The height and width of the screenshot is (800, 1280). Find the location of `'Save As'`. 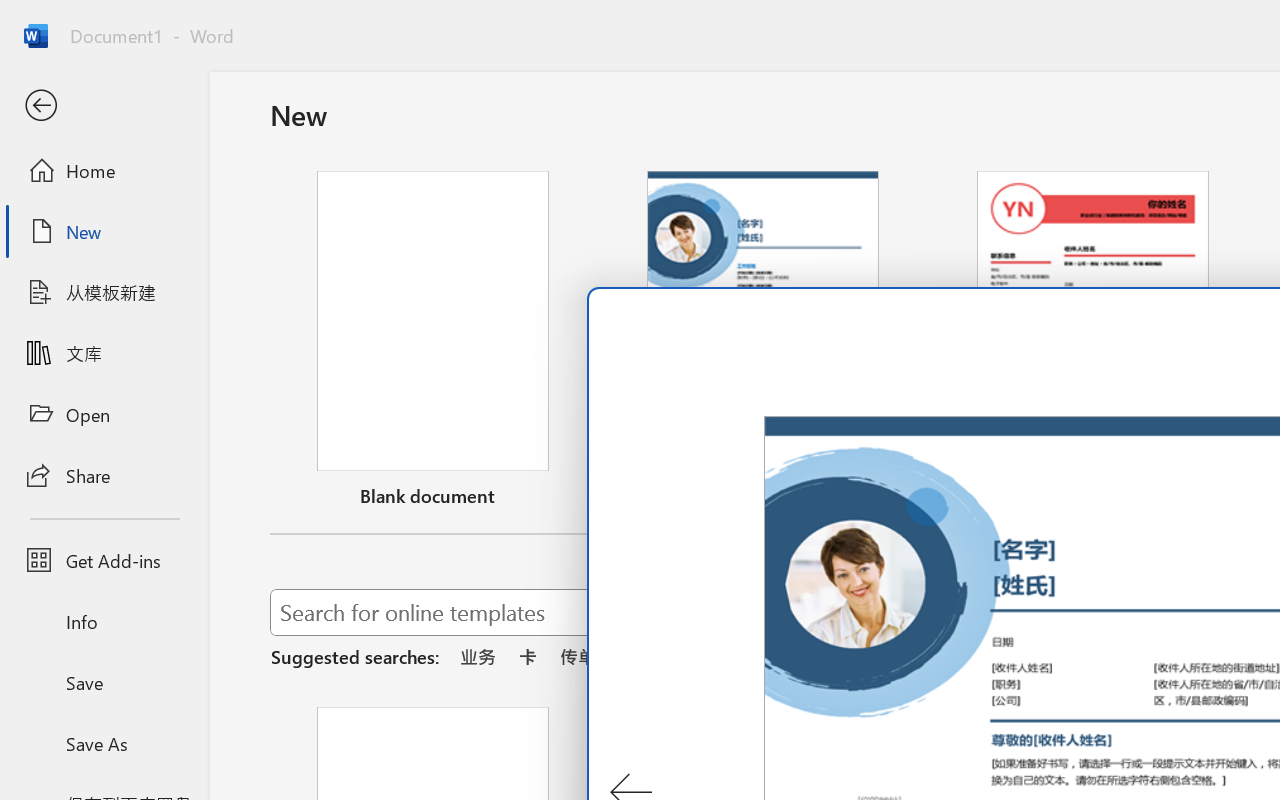

'Save As' is located at coordinates (103, 743).